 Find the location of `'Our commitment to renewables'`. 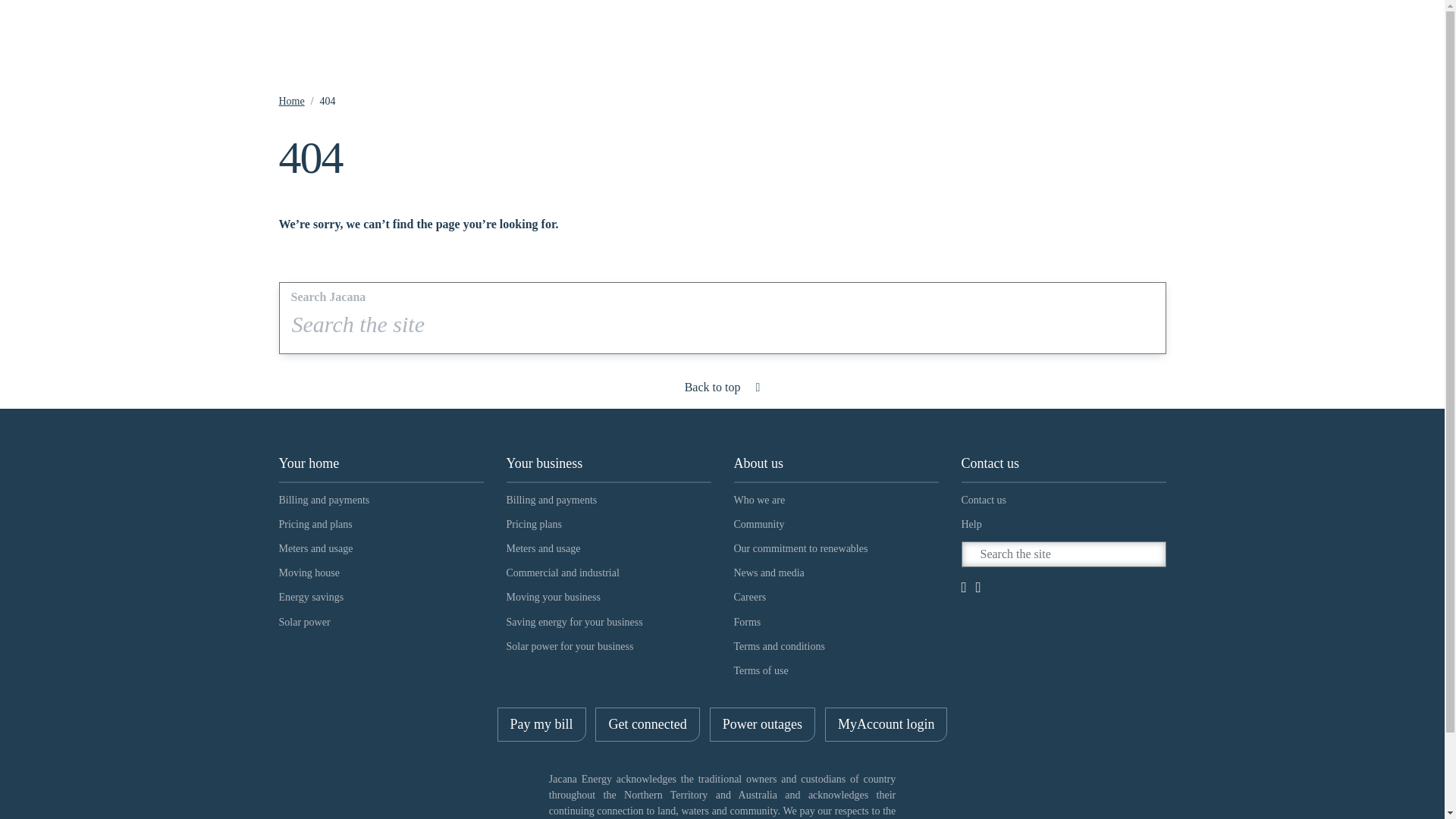

'Our commitment to renewables' is located at coordinates (836, 550).